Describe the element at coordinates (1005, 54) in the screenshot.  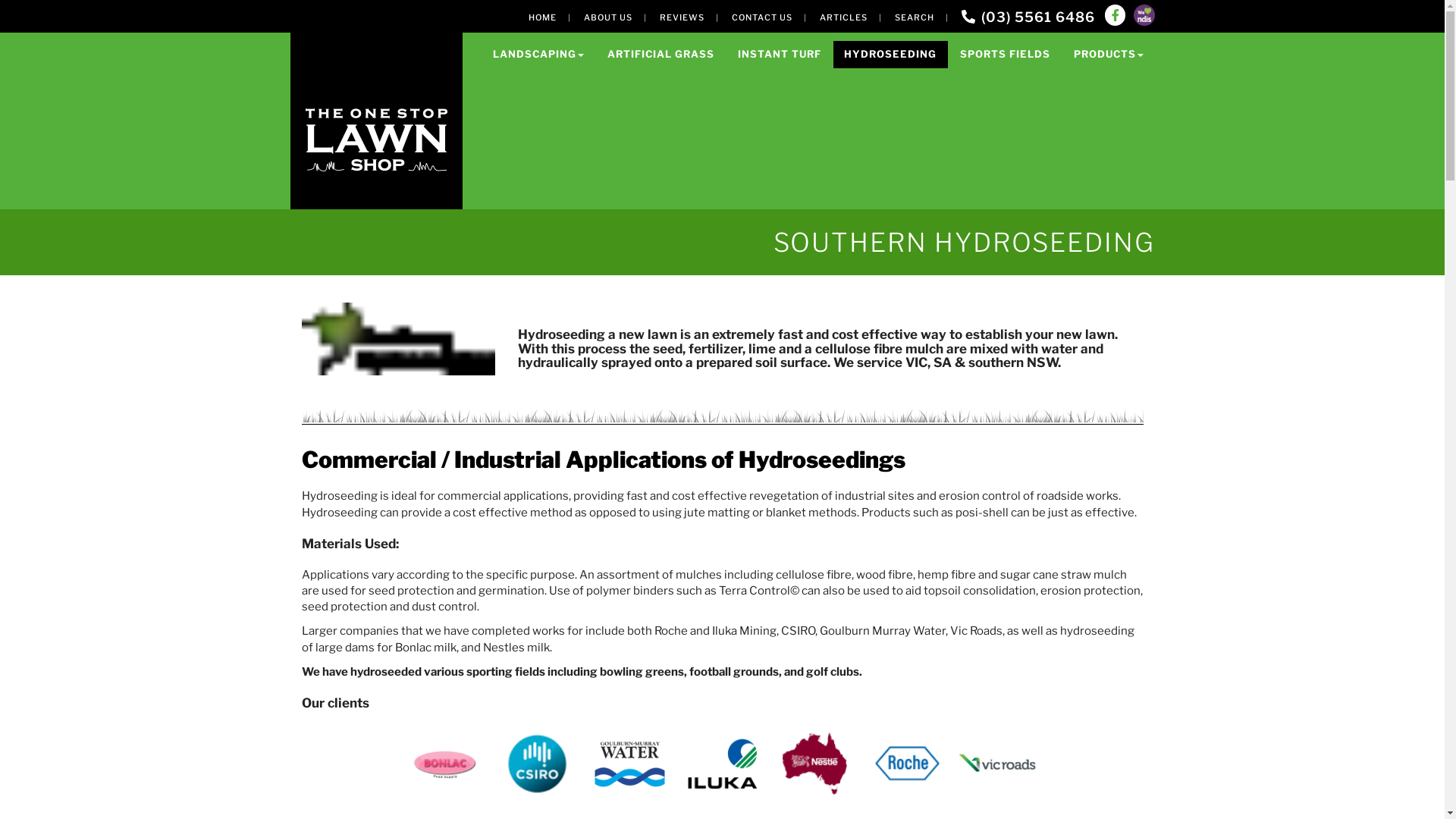
I see `'SPORTS FIELDS'` at that location.